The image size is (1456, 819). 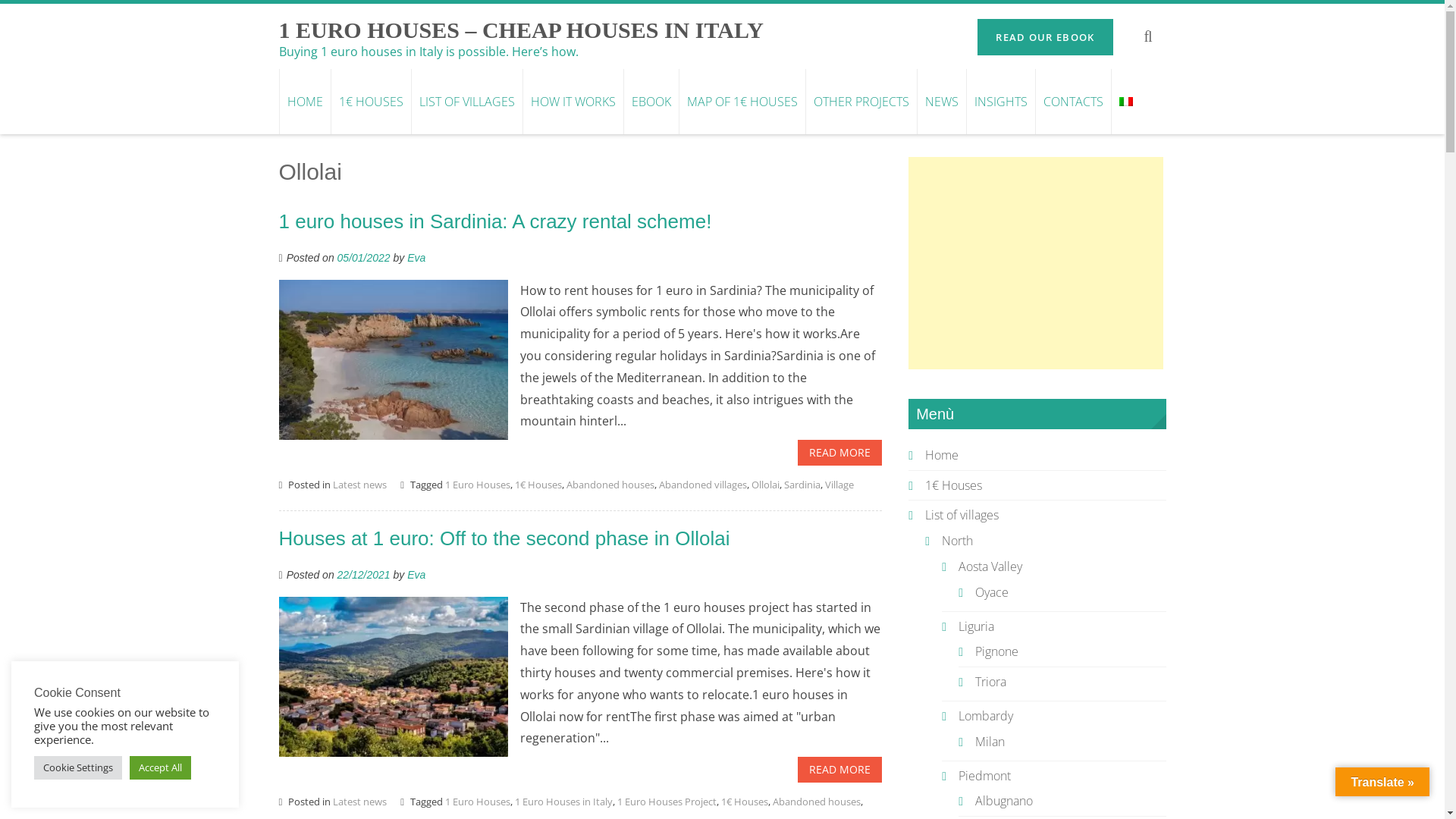 What do you see at coordinates (765, 485) in the screenshot?
I see `'Ollolai'` at bounding box center [765, 485].